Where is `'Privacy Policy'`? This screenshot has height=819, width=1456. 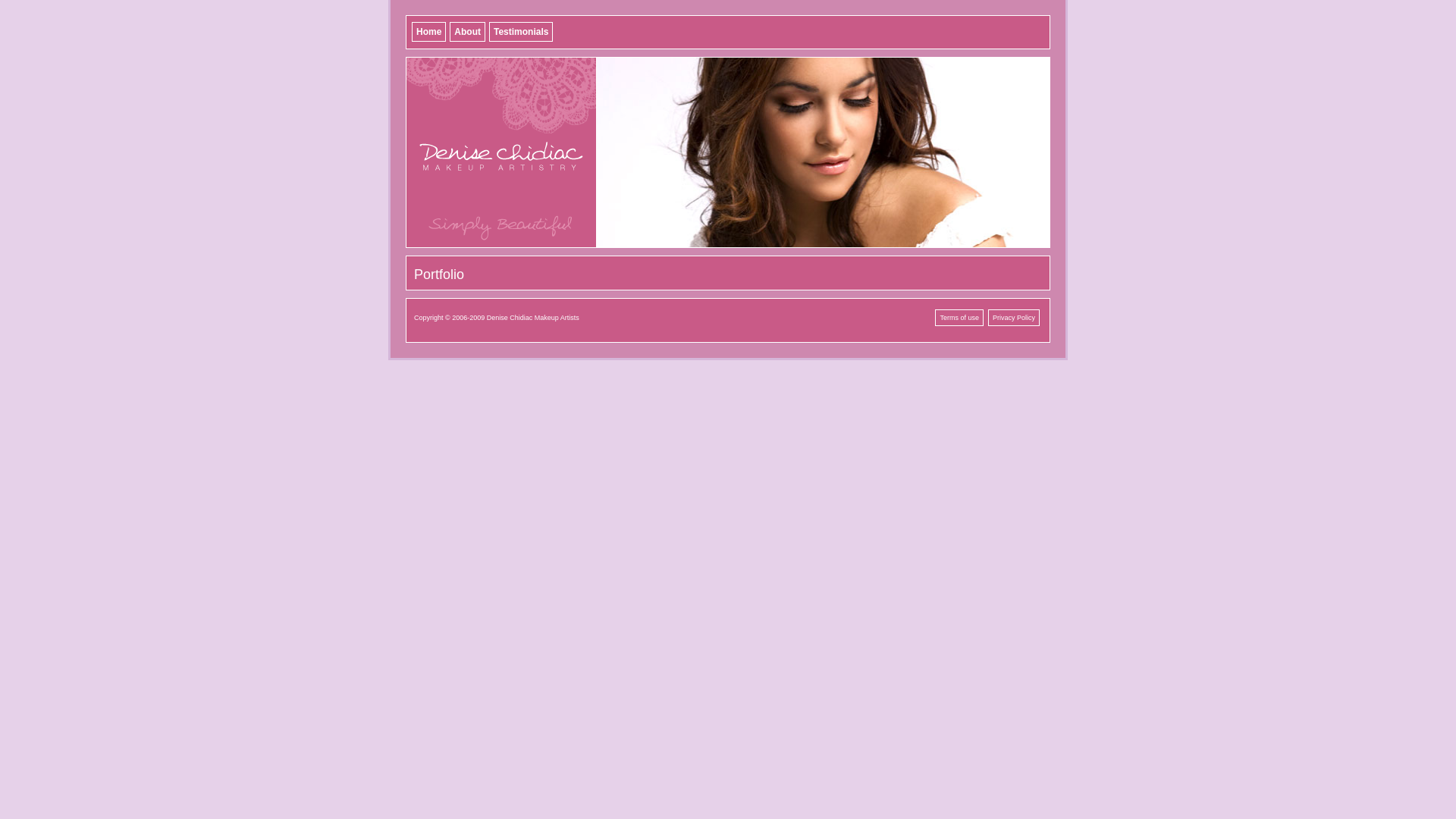 'Privacy Policy' is located at coordinates (1014, 317).